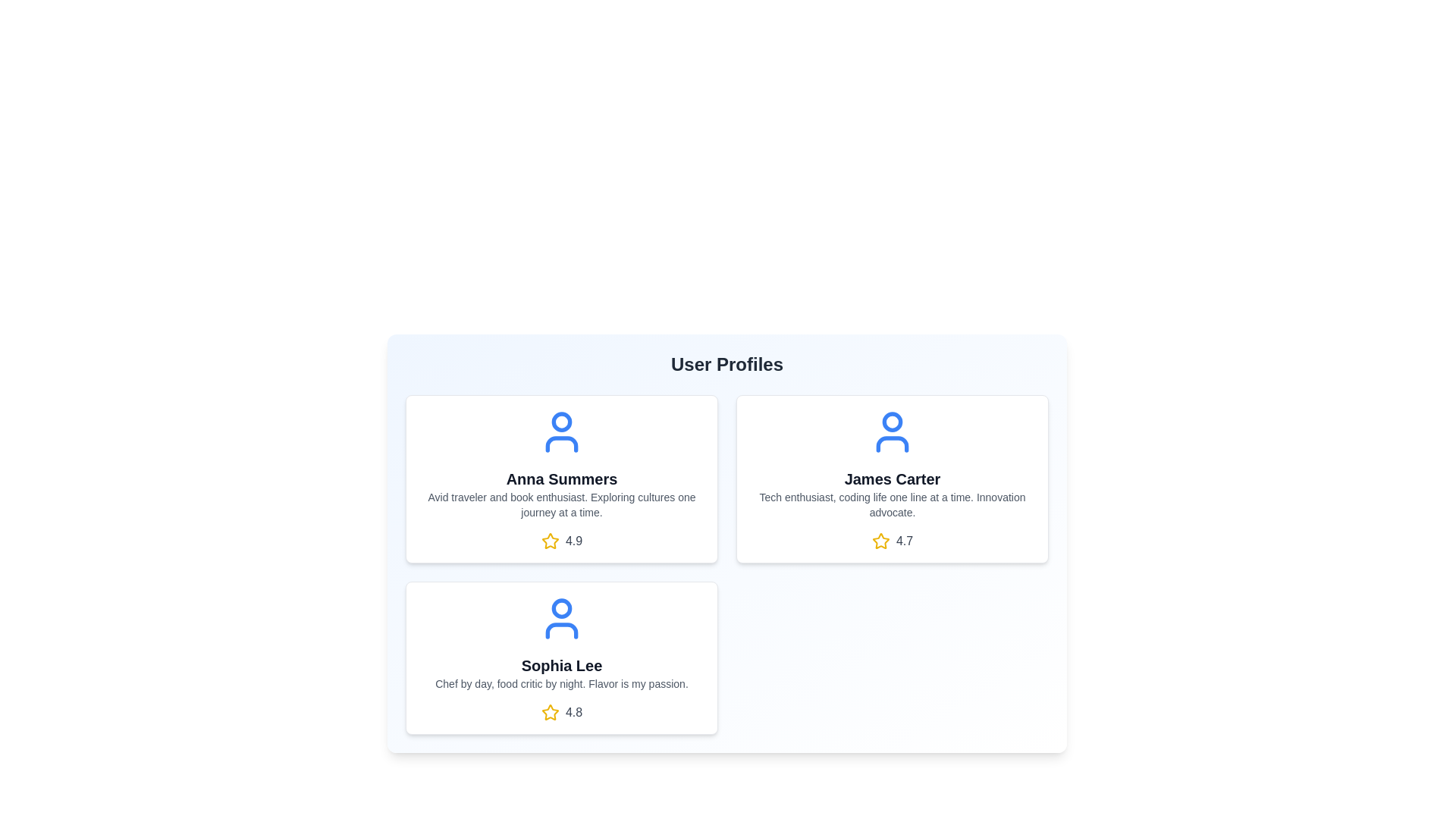  Describe the element at coordinates (560, 505) in the screenshot. I see `the bio text of the user card for Anna Summers` at that location.